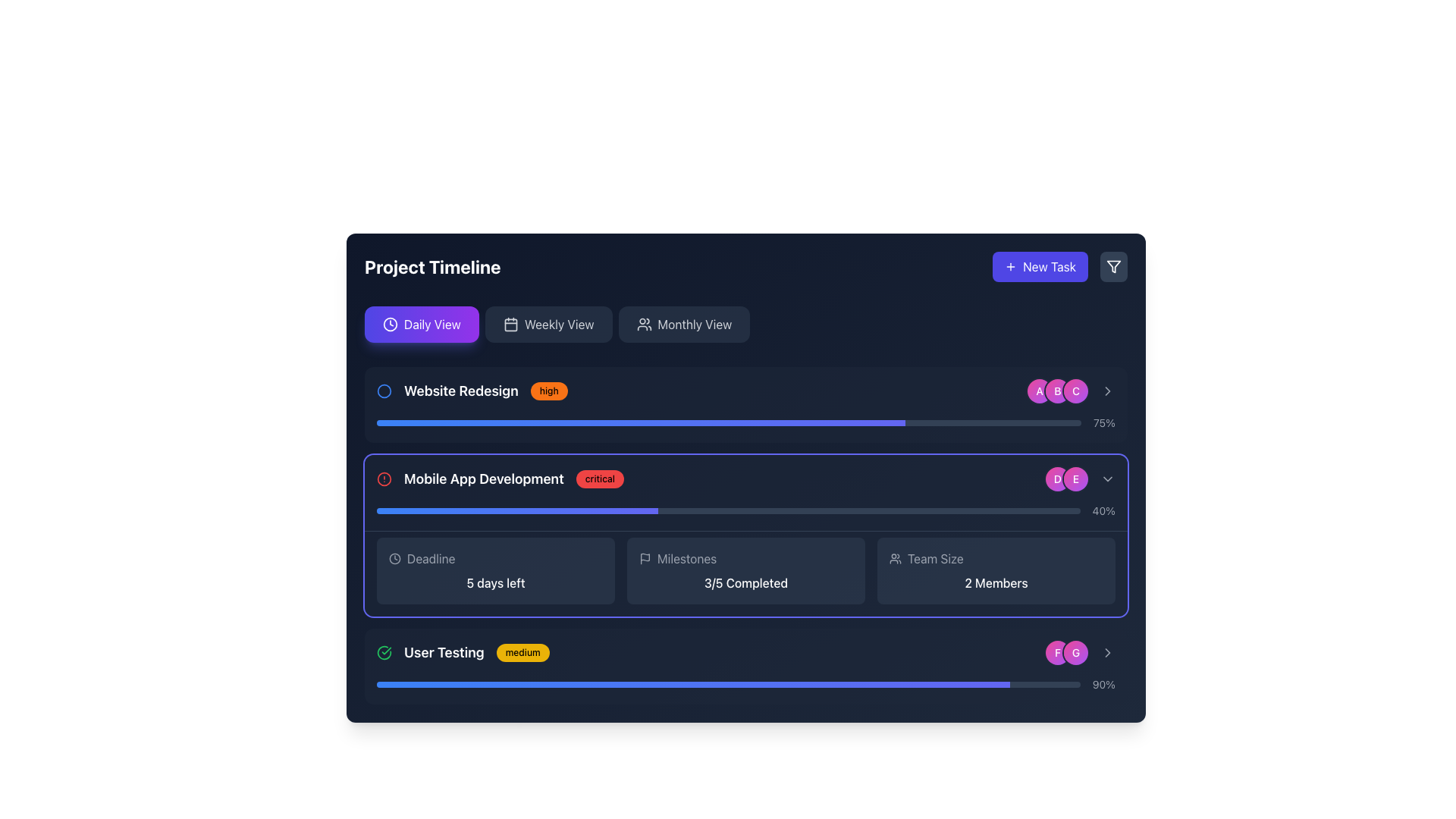 Image resolution: width=1456 pixels, height=819 pixels. I want to click on the 'Monthly View' button located in the top-right corner of the navigation buttons, so click(644, 324).